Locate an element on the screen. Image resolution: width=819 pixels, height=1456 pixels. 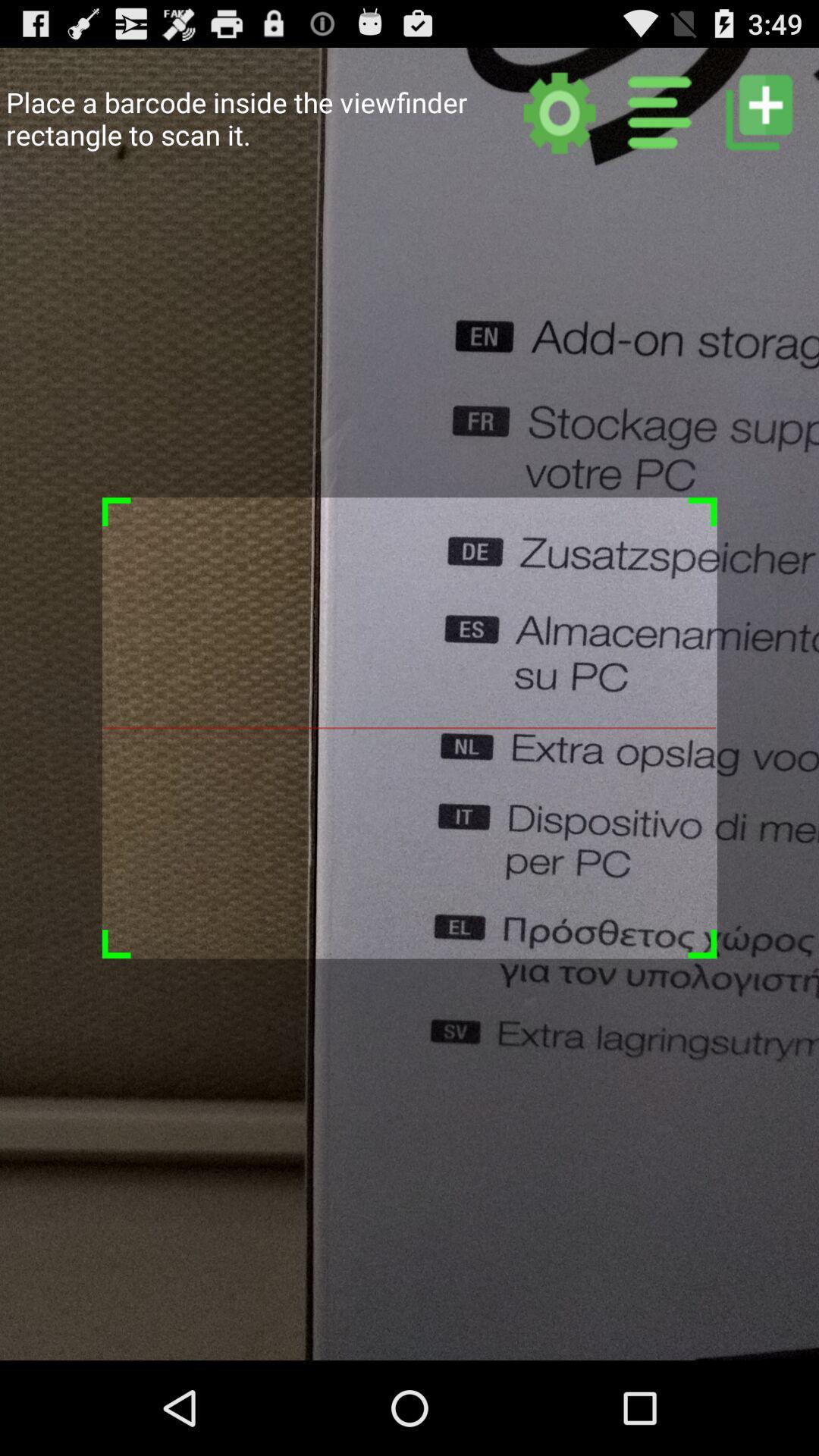
explore menu options is located at coordinates (659, 111).